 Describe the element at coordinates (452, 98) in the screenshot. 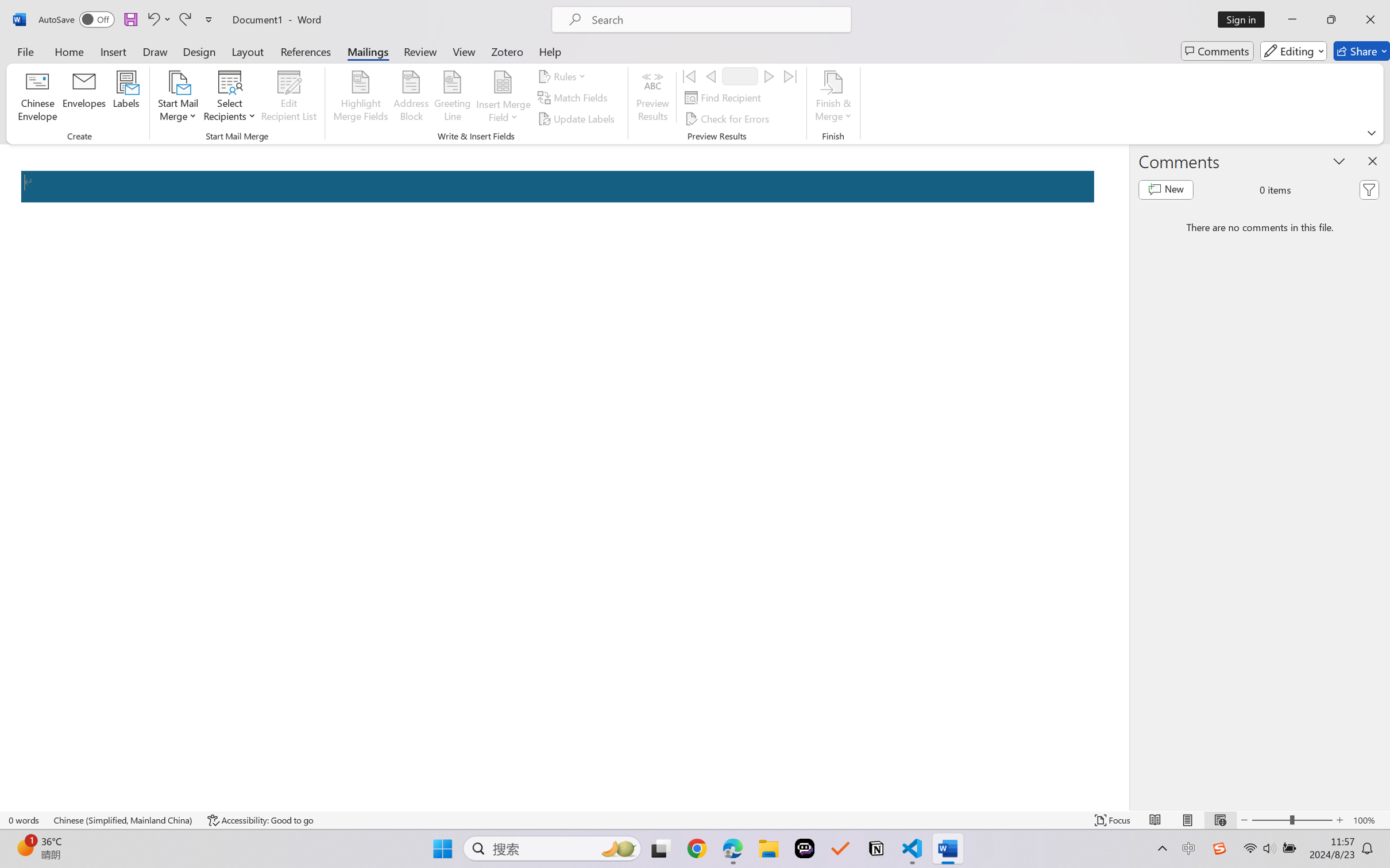

I see `'Greeting Line...'` at that location.